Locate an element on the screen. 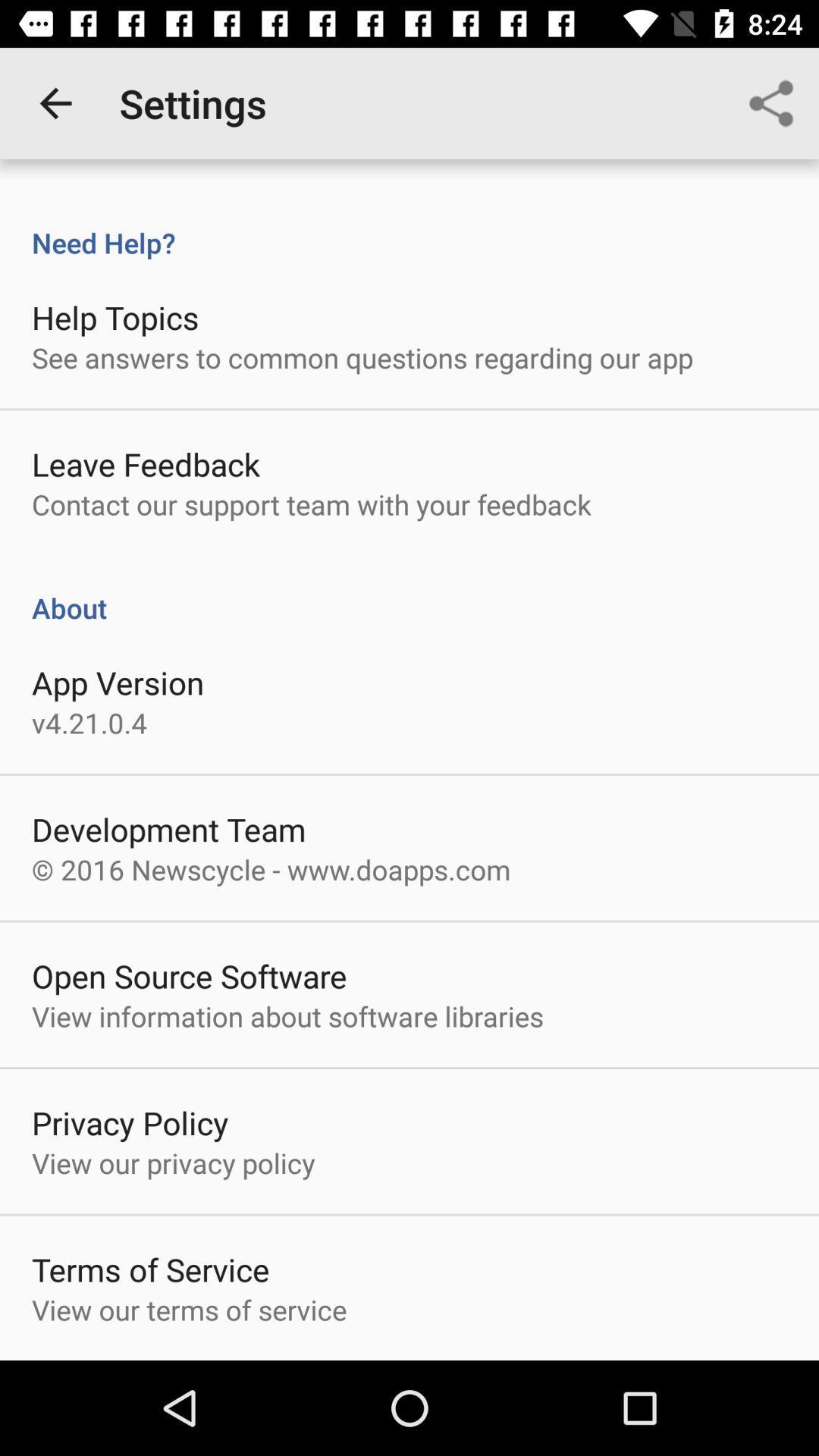 This screenshot has width=819, height=1456. development team icon is located at coordinates (168, 828).